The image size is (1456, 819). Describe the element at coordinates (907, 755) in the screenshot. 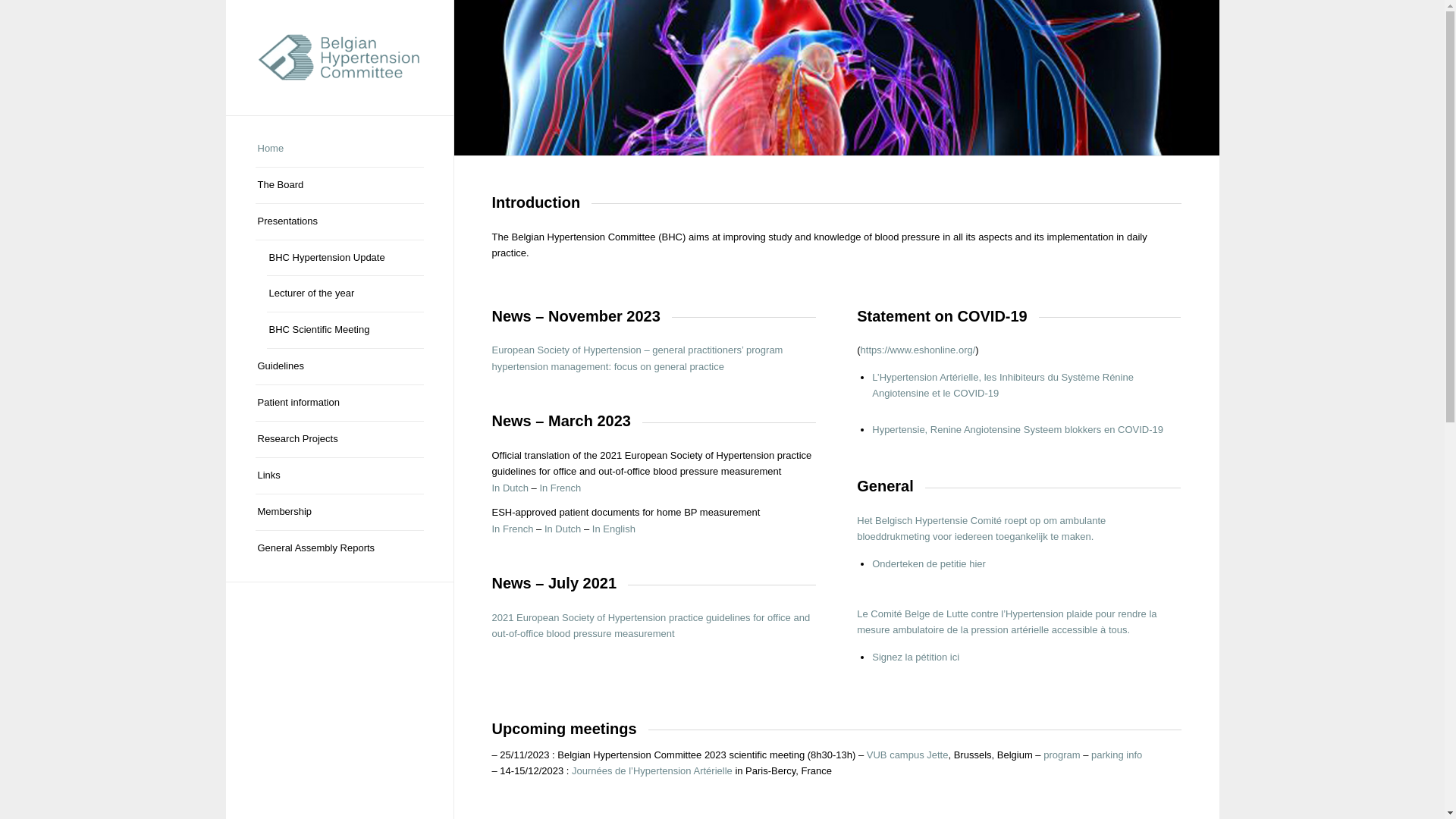

I see `'VUB campus Jette'` at that location.